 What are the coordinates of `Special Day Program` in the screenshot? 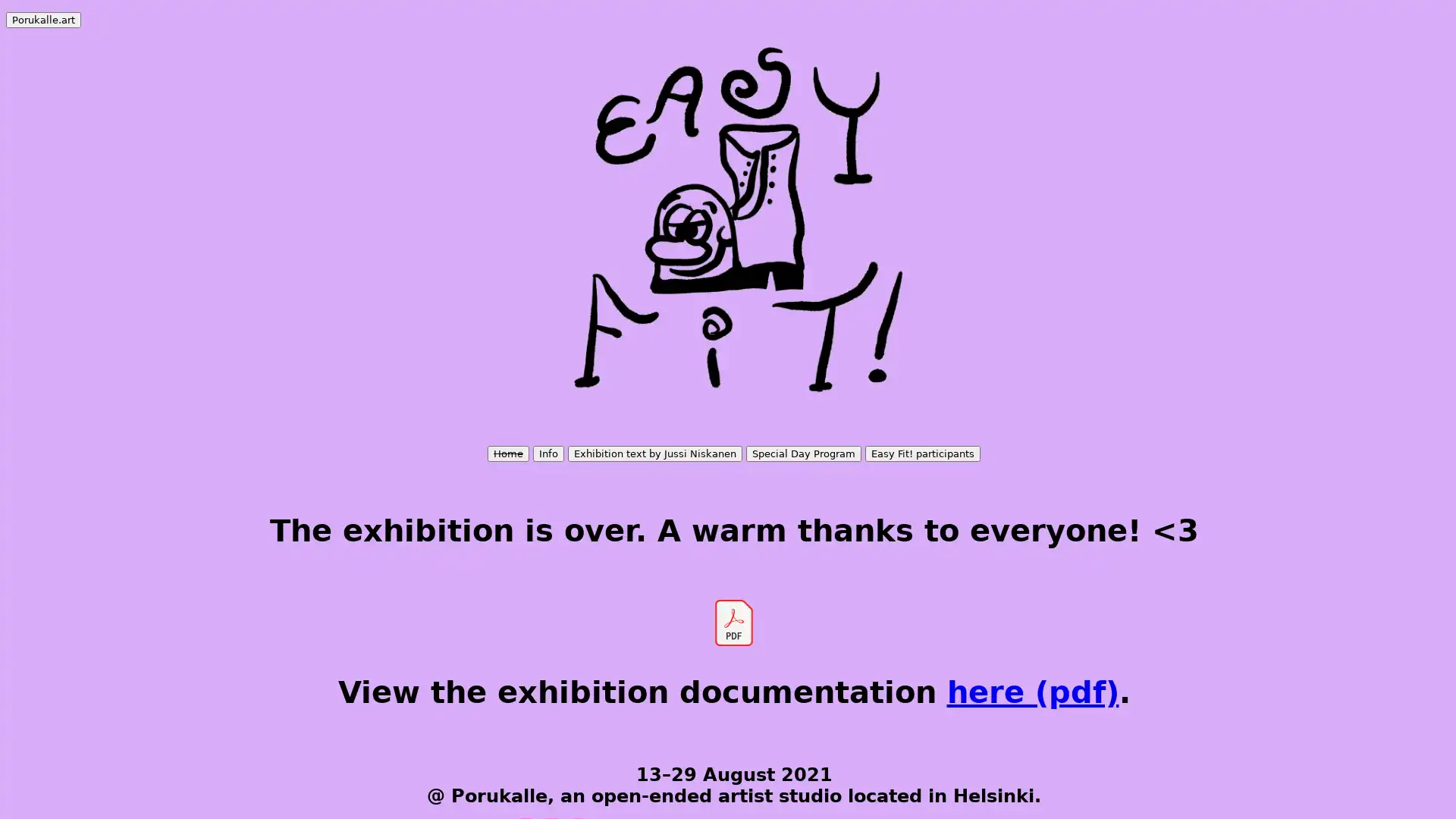 It's located at (803, 453).